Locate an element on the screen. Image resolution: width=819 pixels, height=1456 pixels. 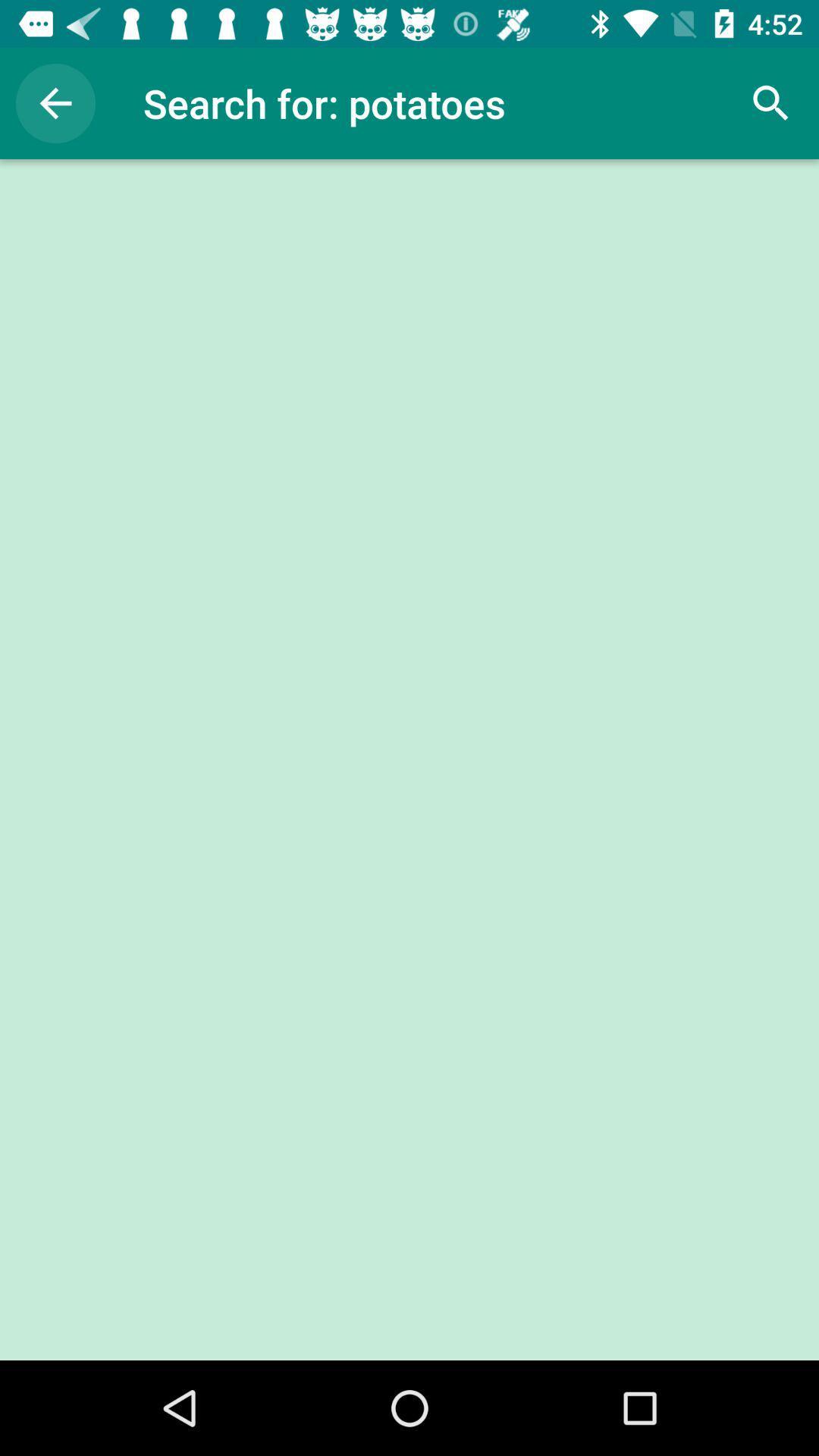
the icon at the top left corner is located at coordinates (55, 102).